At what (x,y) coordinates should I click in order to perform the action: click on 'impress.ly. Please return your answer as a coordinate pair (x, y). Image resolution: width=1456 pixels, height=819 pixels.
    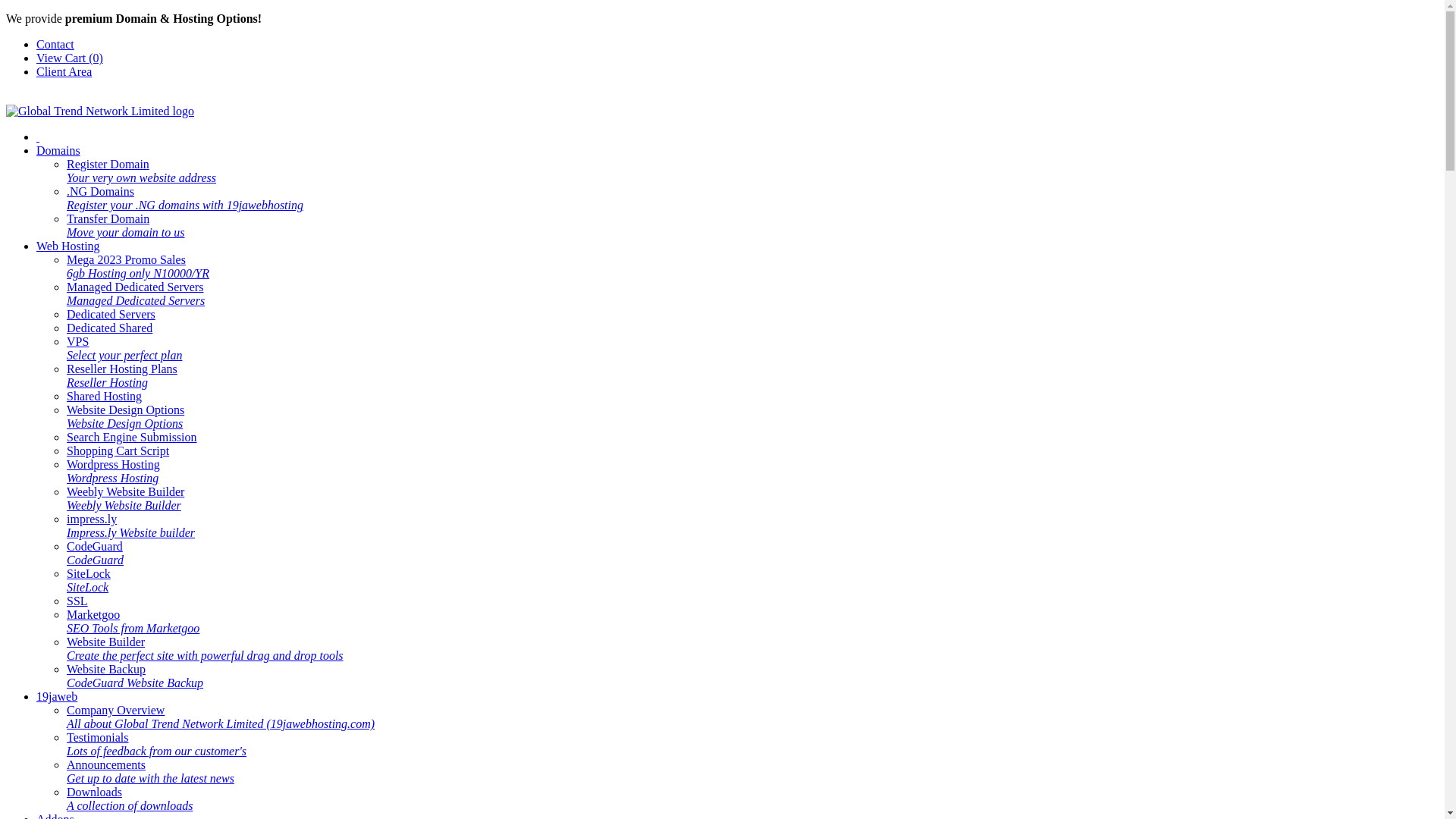
    Looking at the image, I should click on (130, 525).